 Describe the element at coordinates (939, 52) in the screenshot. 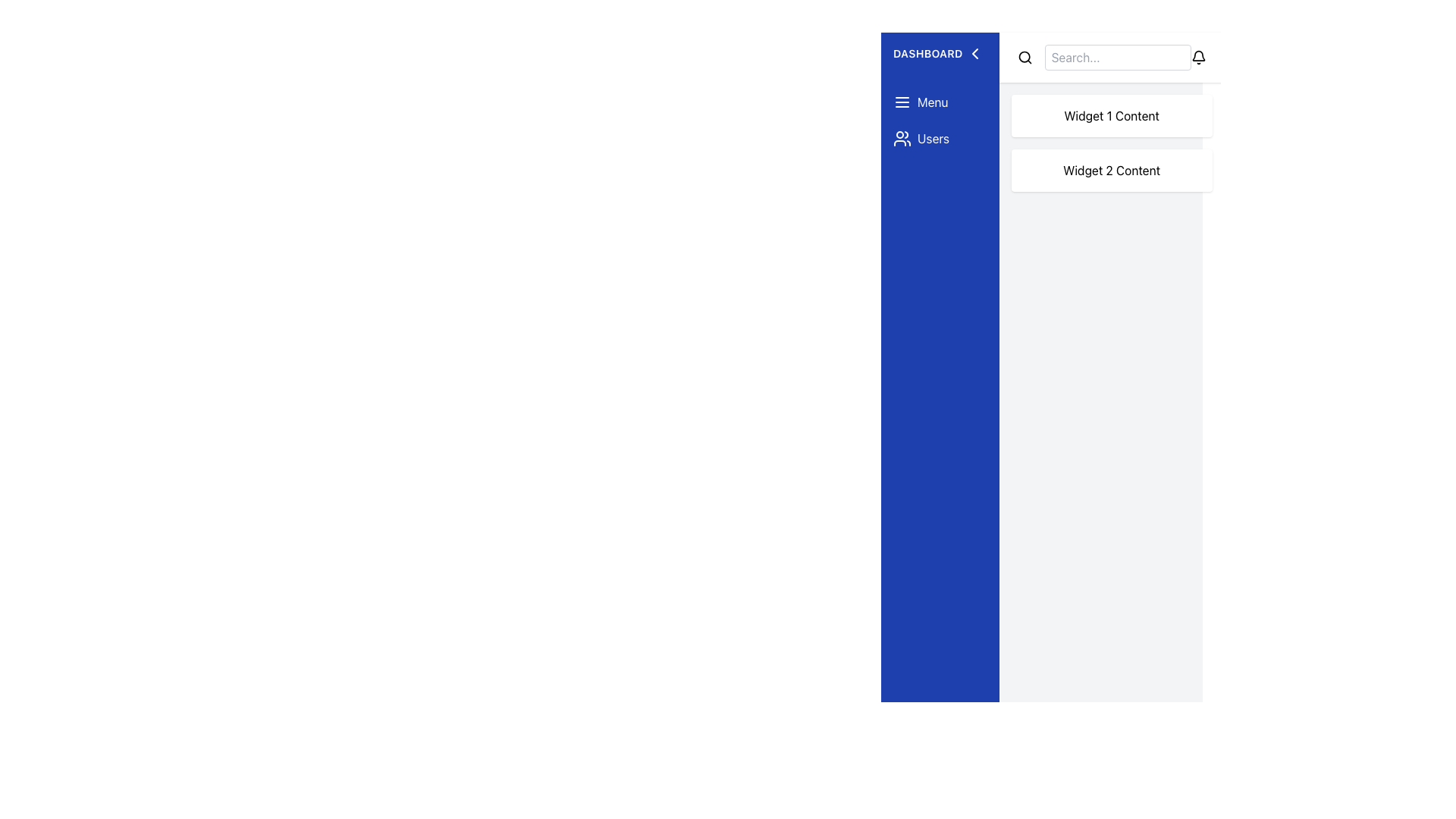

I see `the title or header Text element with stylistic emphasis located at the top left of the sidebar, which indicates the current context or active page` at that location.